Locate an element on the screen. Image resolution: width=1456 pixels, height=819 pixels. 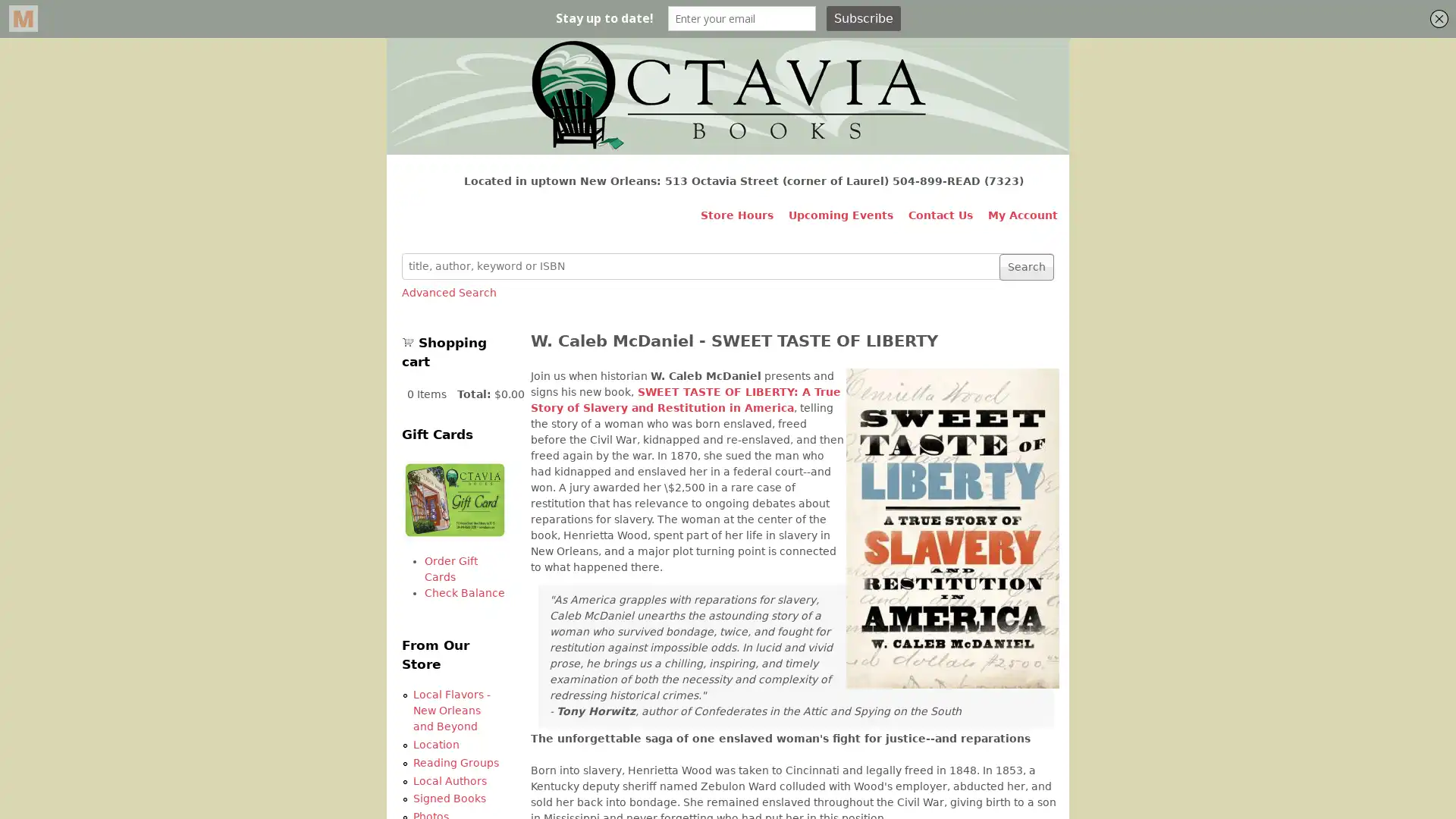
Search is located at coordinates (1026, 265).